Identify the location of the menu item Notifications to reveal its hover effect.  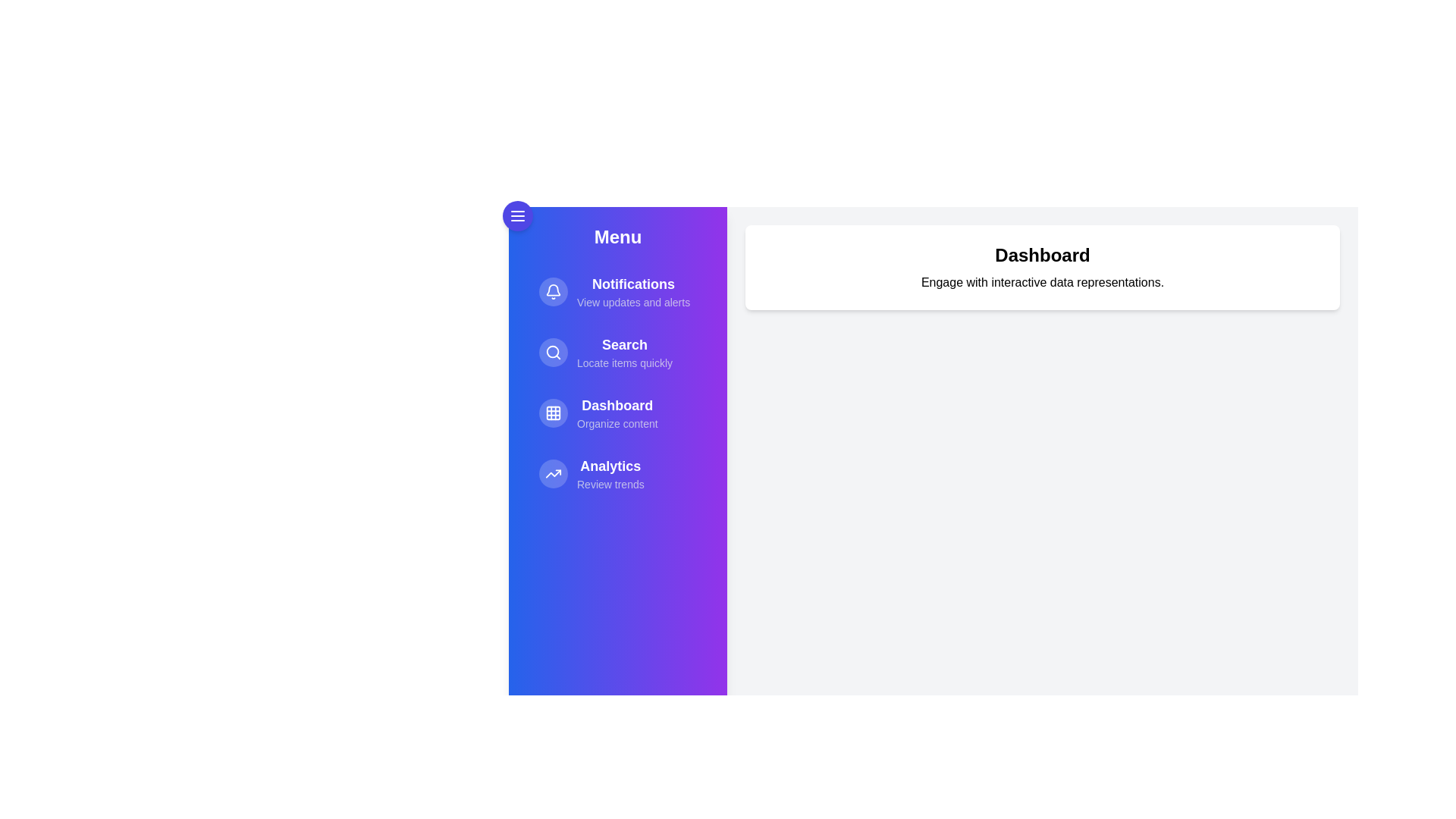
(618, 292).